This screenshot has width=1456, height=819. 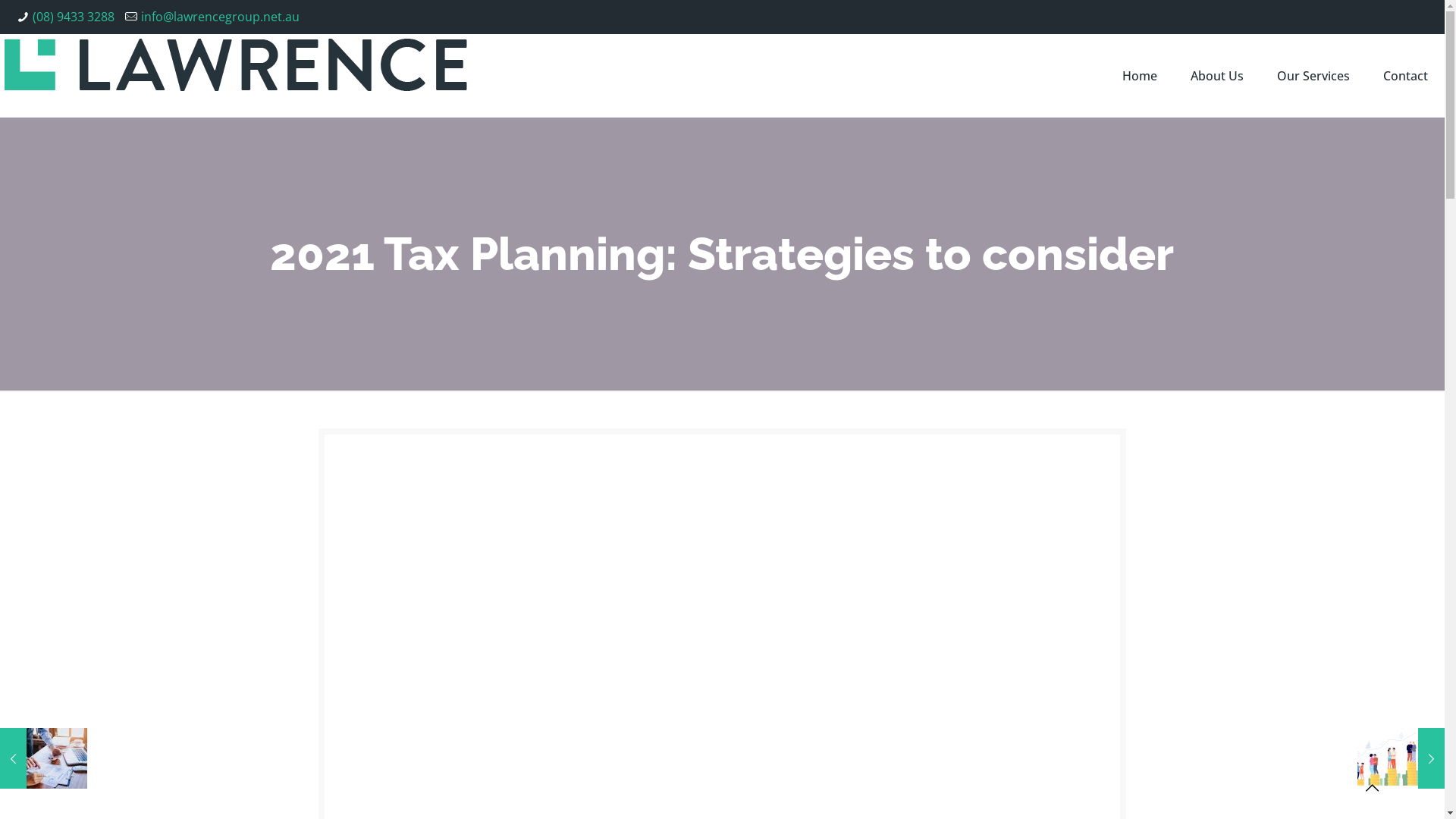 I want to click on 'Home', so click(x=1139, y=76).